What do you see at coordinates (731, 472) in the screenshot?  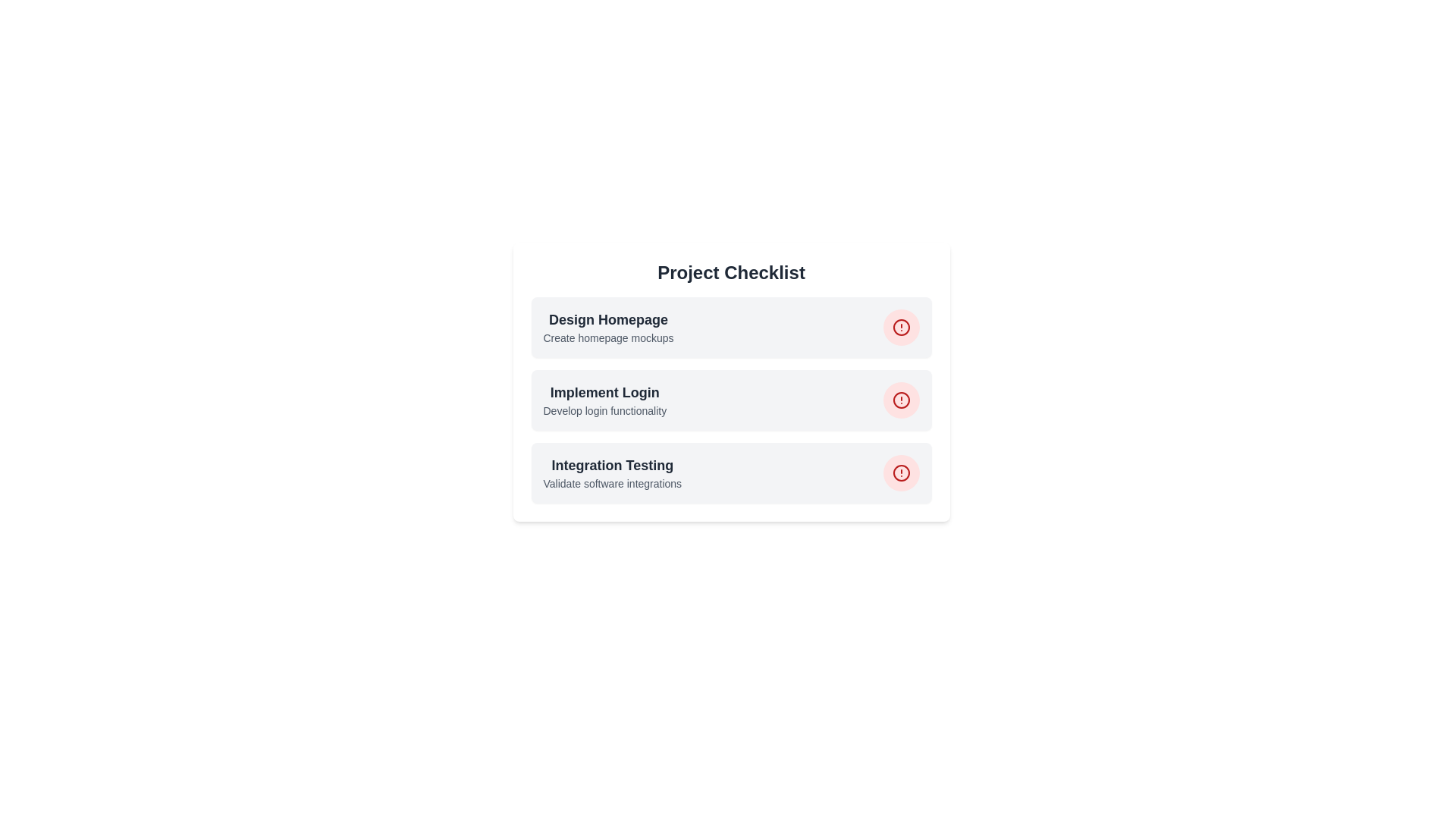 I see `the circular button in the task management interface for 'Integration Testing'` at bounding box center [731, 472].